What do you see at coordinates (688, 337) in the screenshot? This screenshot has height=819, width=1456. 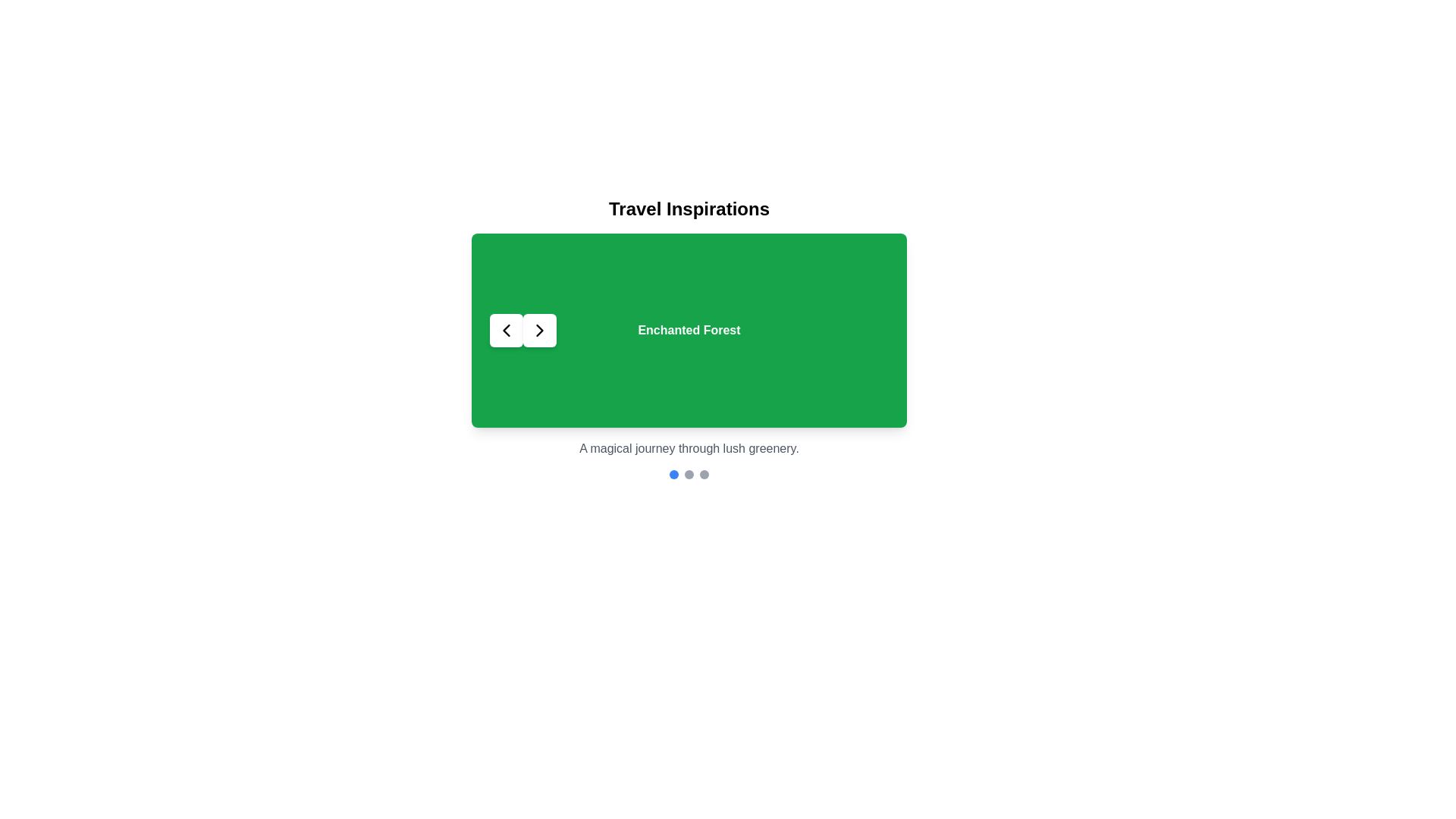 I see `the title text 'Enchanted Forest' within the green card component that is centrally located under the heading 'Travel Inspirations'` at bounding box center [688, 337].